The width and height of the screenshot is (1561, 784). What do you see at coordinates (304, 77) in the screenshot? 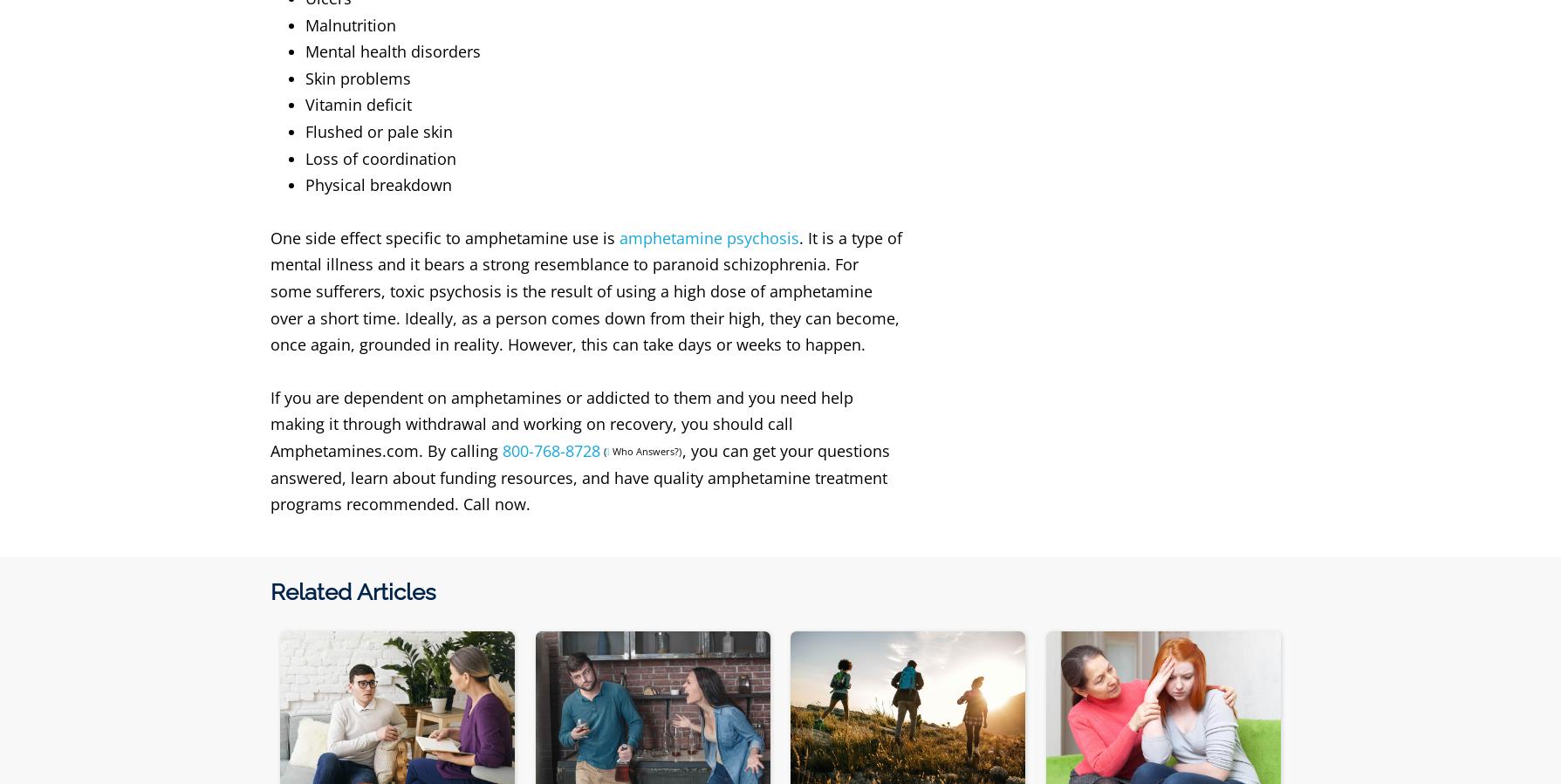
I see `'Skin problems'` at bounding box center [304, 77].